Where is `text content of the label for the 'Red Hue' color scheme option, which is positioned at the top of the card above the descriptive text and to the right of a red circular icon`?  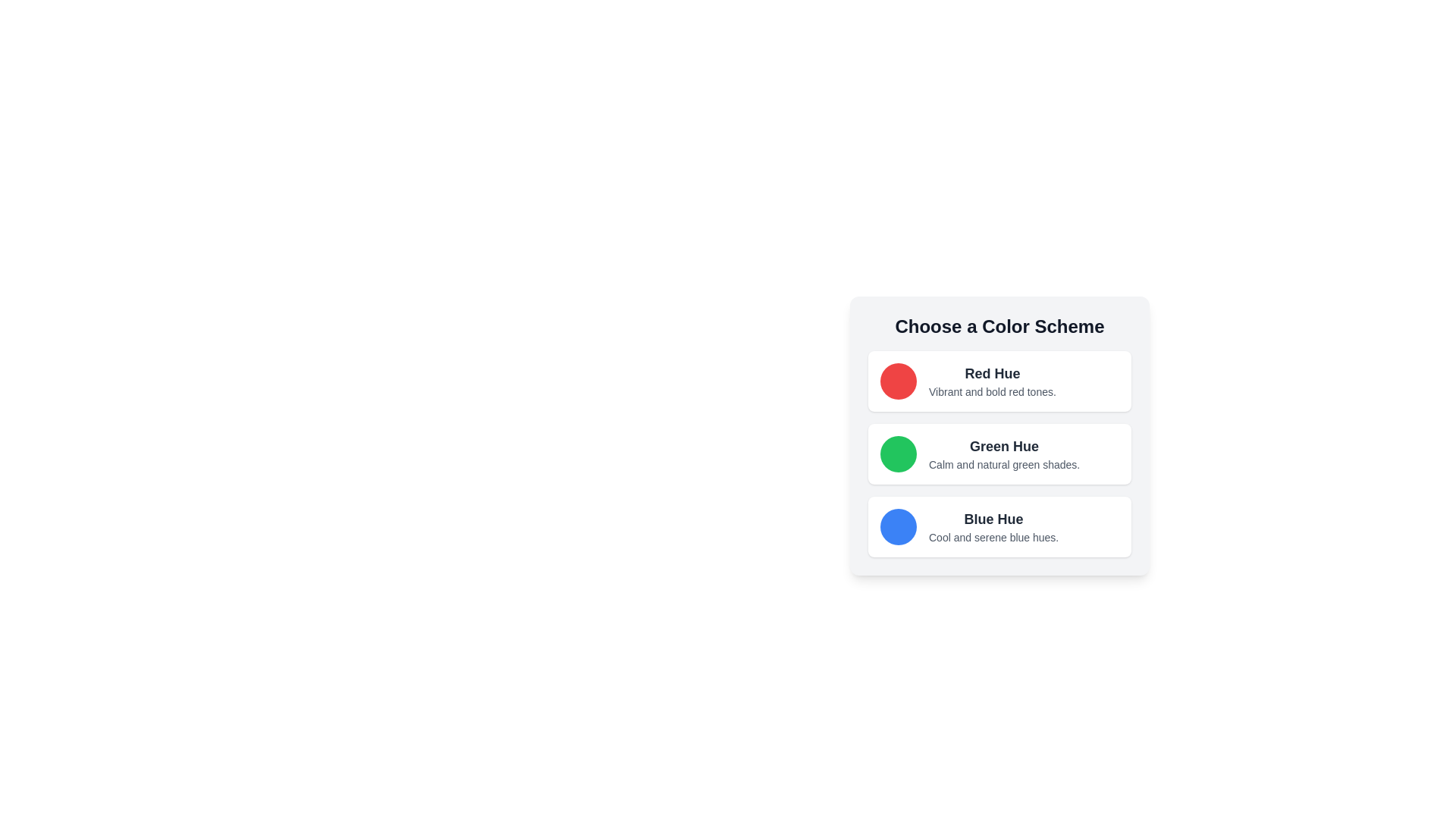 text content of the label for the 'Red Hue' color scheme option, which is positioned at the top of the card above the descriptive text and to the right of a red circular icon is located at coordinates (992, 374).